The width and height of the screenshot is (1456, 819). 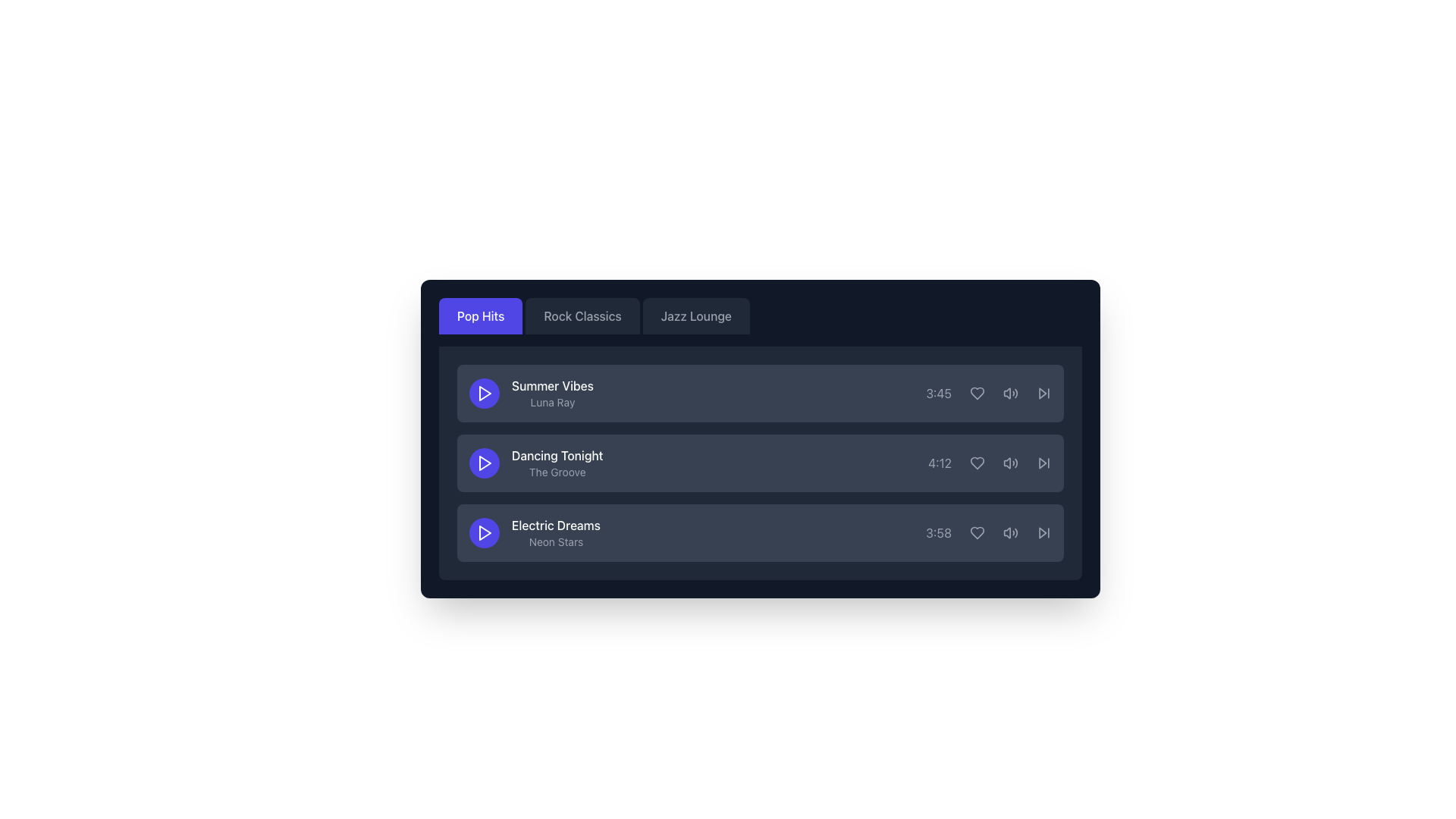 I want to click on the triangular play icon button, which is blue and part of the first media item list, so click(x=484, y=393).